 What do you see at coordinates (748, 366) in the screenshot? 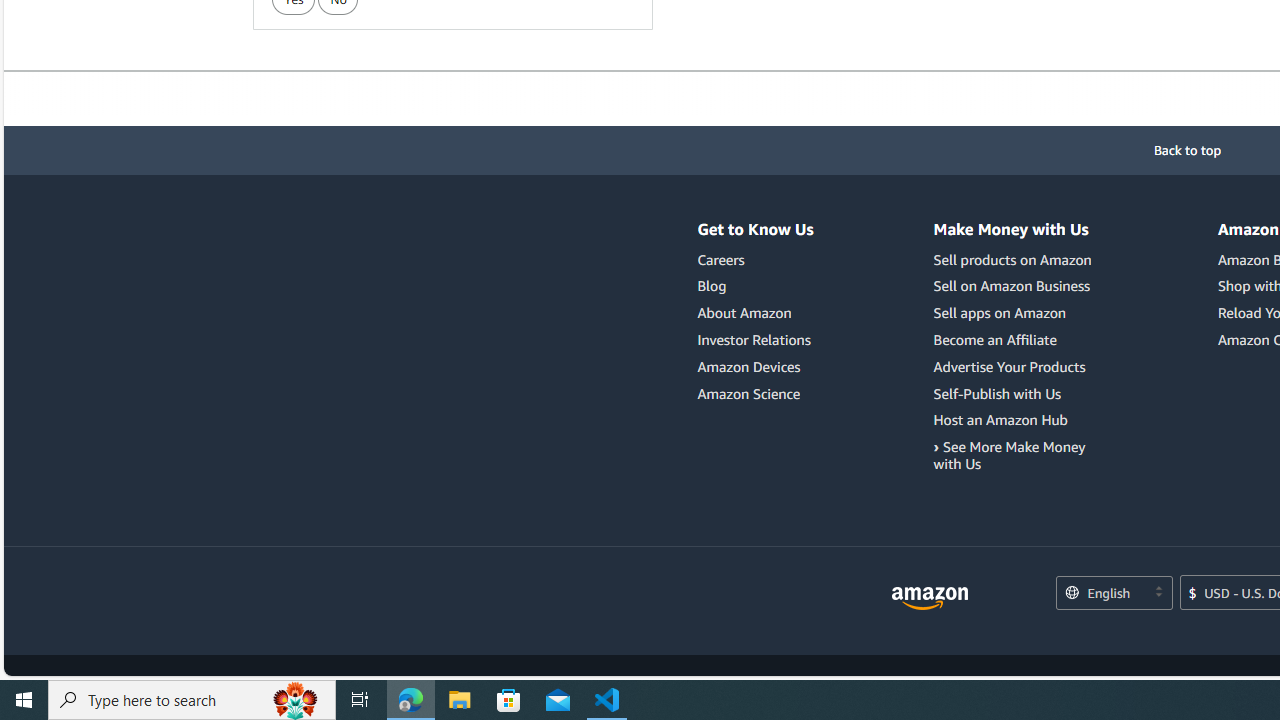
I see `'Amazon Devices'` at bounding box center [748, 366].